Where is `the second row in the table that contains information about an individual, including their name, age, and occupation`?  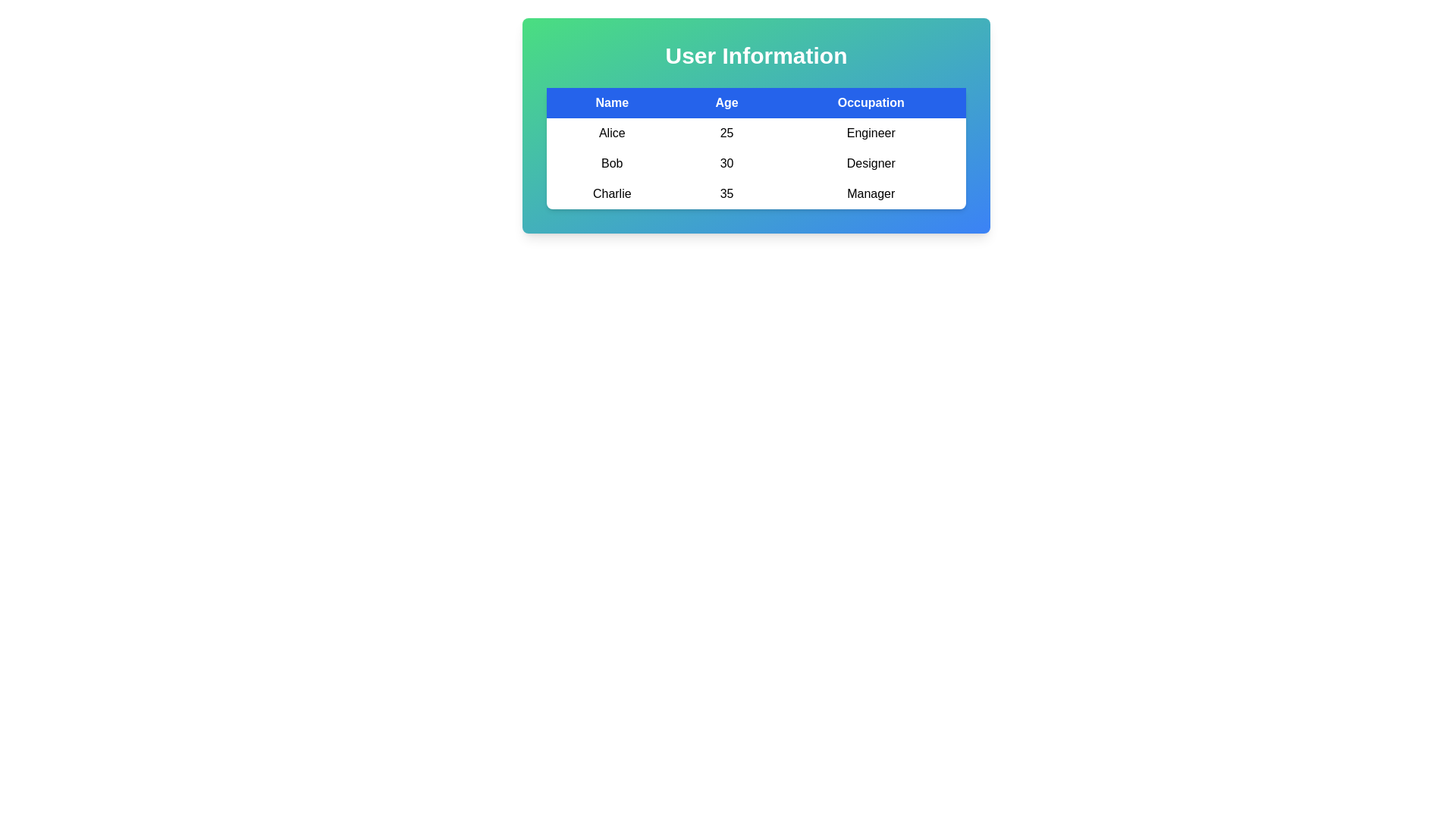 the second row in the table that contains information about an individual, including their name, age, and occupation is located at coordinates (756, 164).